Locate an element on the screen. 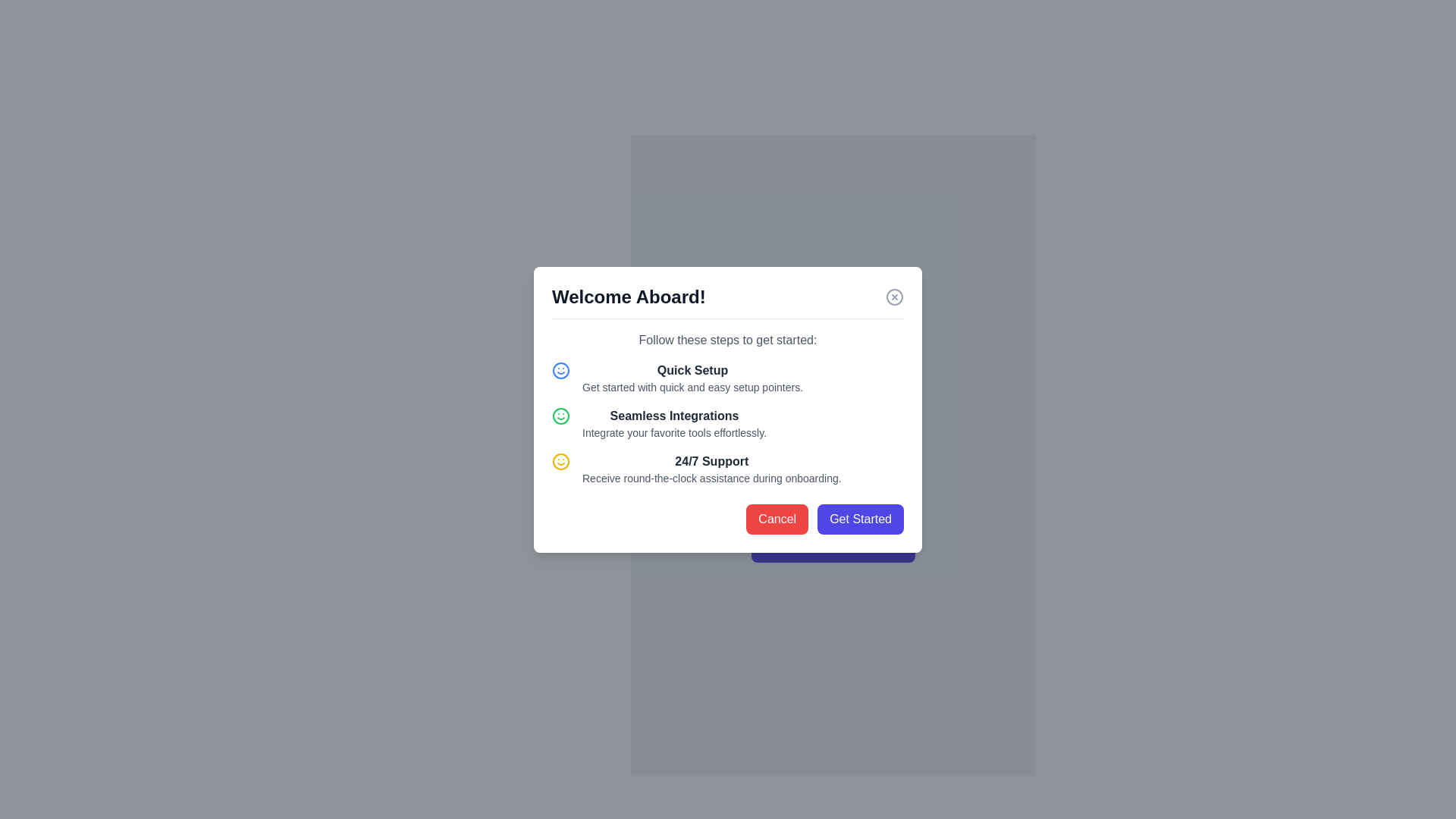 This screenshot has width=1456, height=819. the text block that provides information about the benefit of receiving continuous support during onboarding, located in the modal dialog between 'Seamless Integrations' and the action buttons is located at coordinates (711, 468).